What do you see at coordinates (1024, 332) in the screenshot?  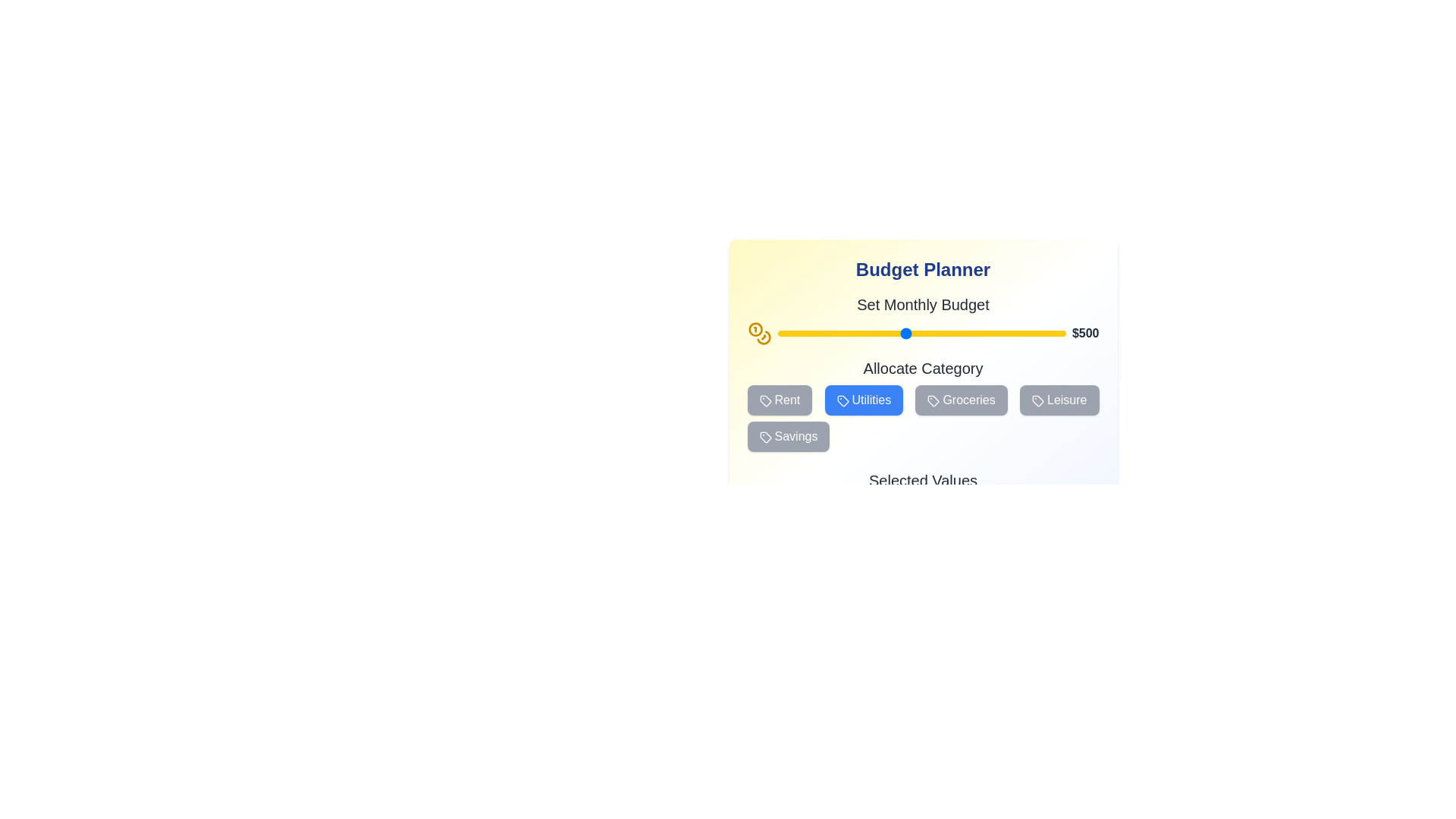 I see `the budget slider` at bounding box center [1024, 332].